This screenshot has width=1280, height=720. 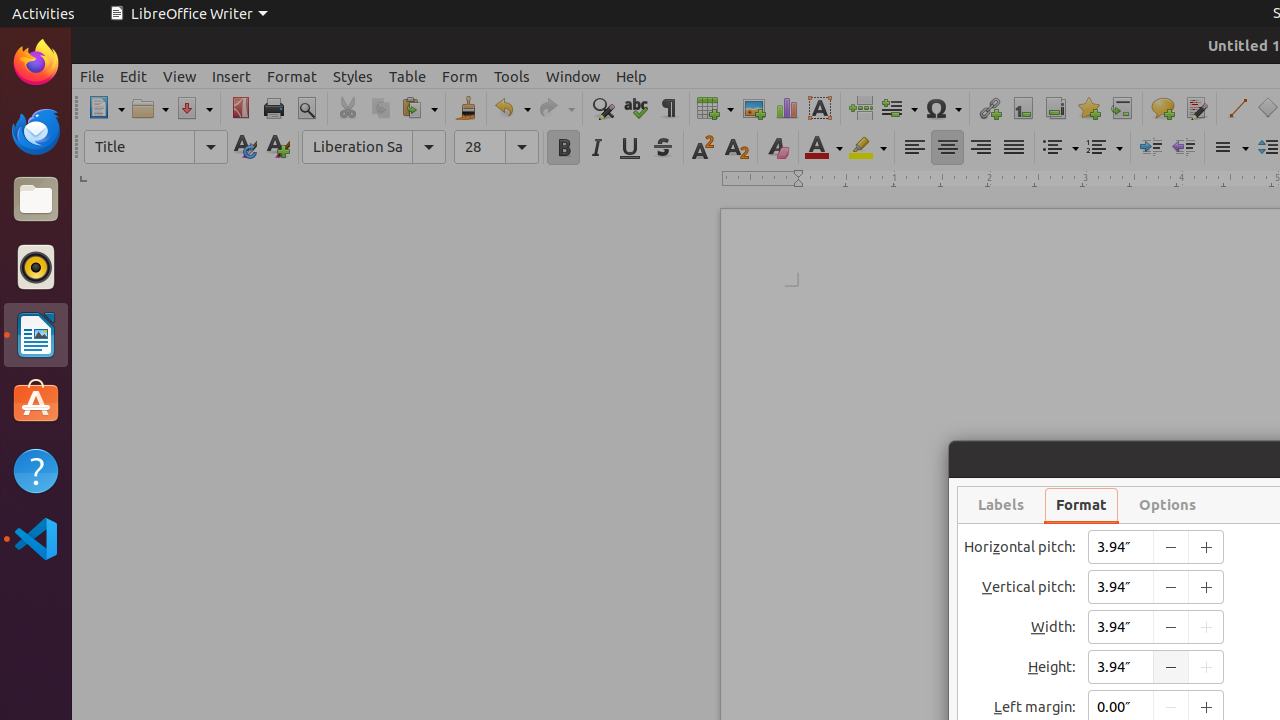 I want to click on 'LibreOffice Writer', so click(x=188, y=13).